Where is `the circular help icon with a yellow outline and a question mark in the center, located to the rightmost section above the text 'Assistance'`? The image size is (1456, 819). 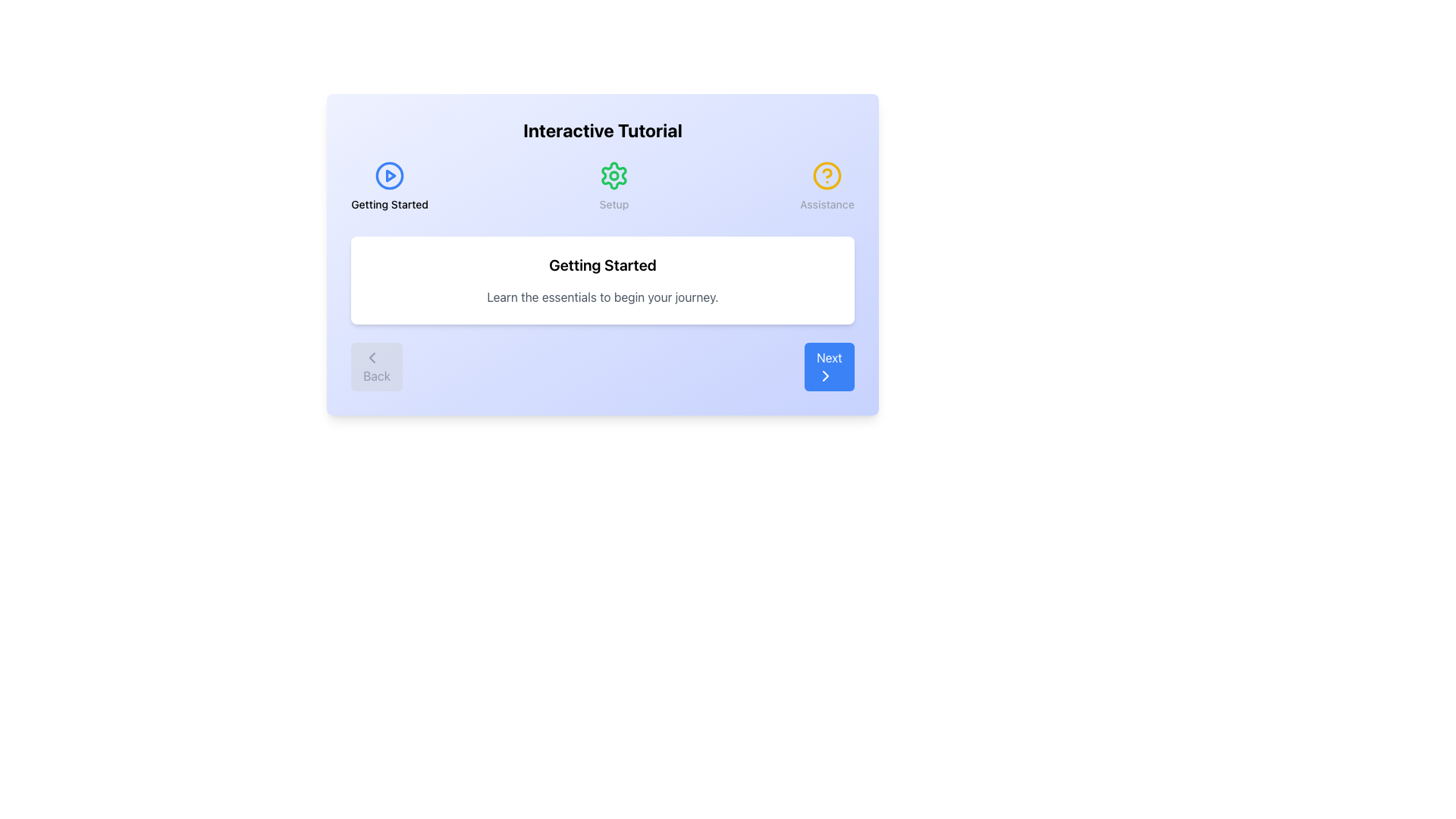 the circular help icon with a yellow outline and a question mark in the center, located to the rightmost section above the text 'Assistance' is located at coordinates (826, 174).